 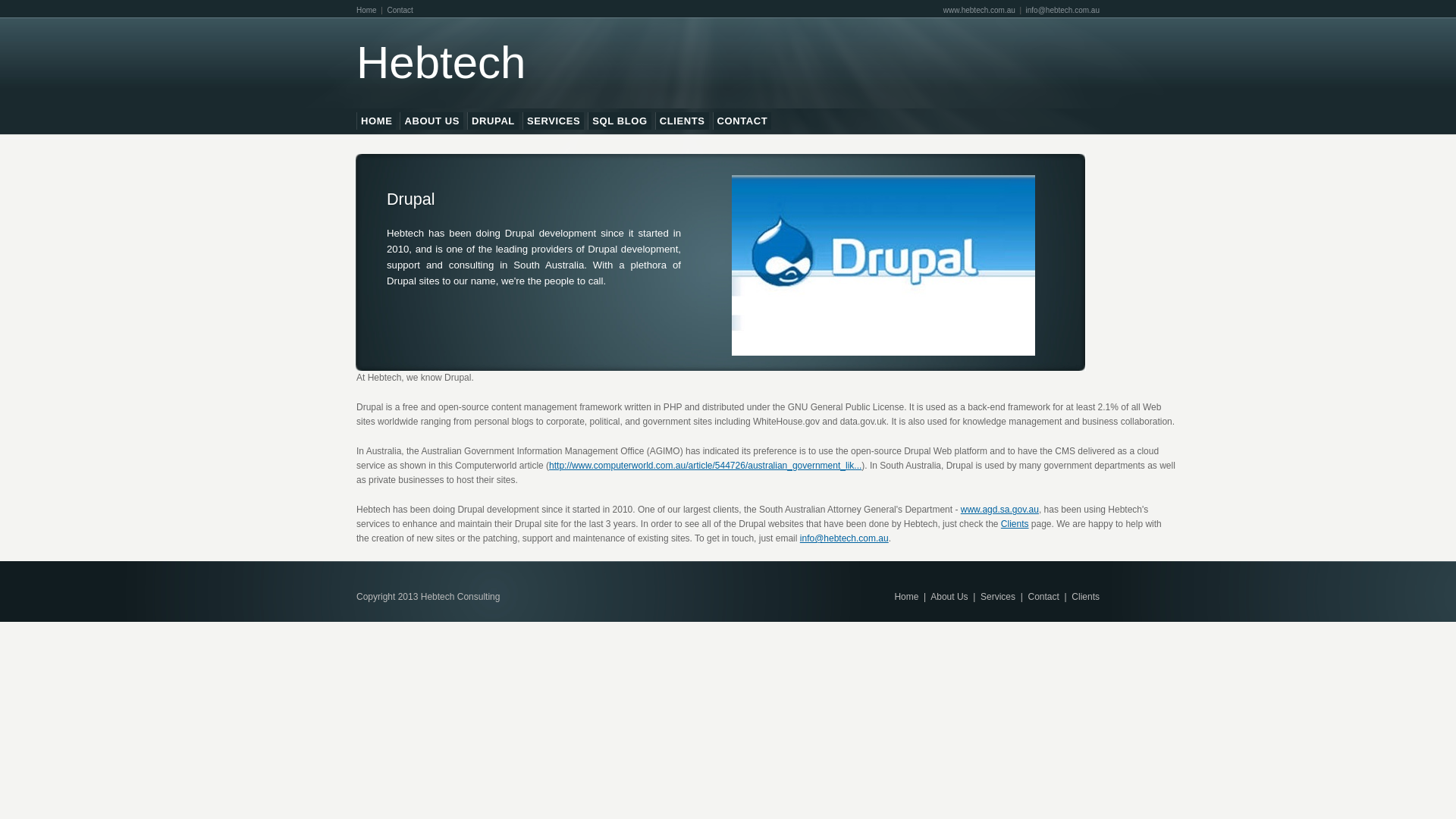 What do you see at coordinates (1015, 522) in the screenshot?
I see `'Clients'` at bounding box center [1015, 522].